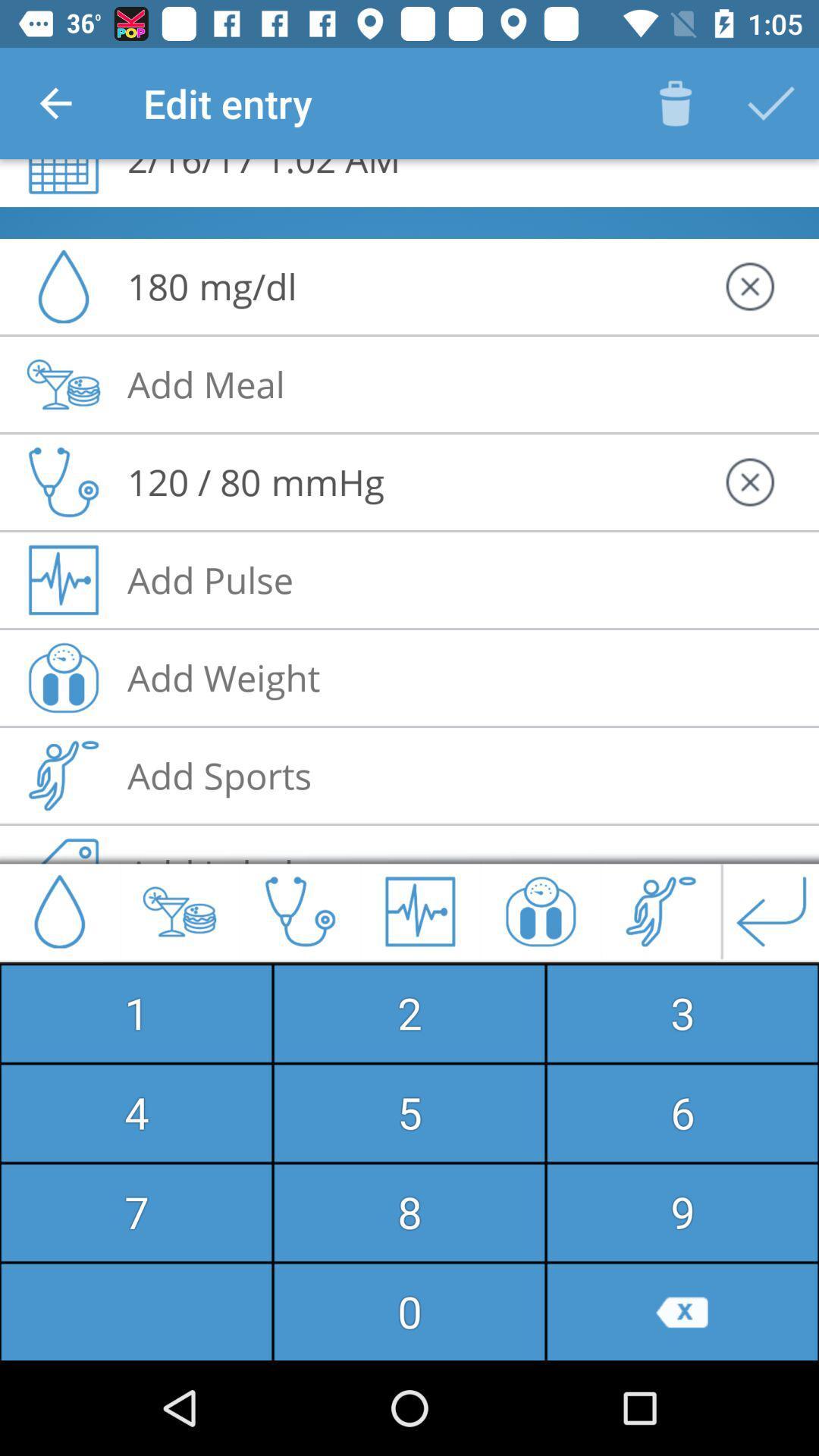  What do you see at coordinates (748, 287) in the screenshot?
I see `the close icon` at bounding box center [748, 287].